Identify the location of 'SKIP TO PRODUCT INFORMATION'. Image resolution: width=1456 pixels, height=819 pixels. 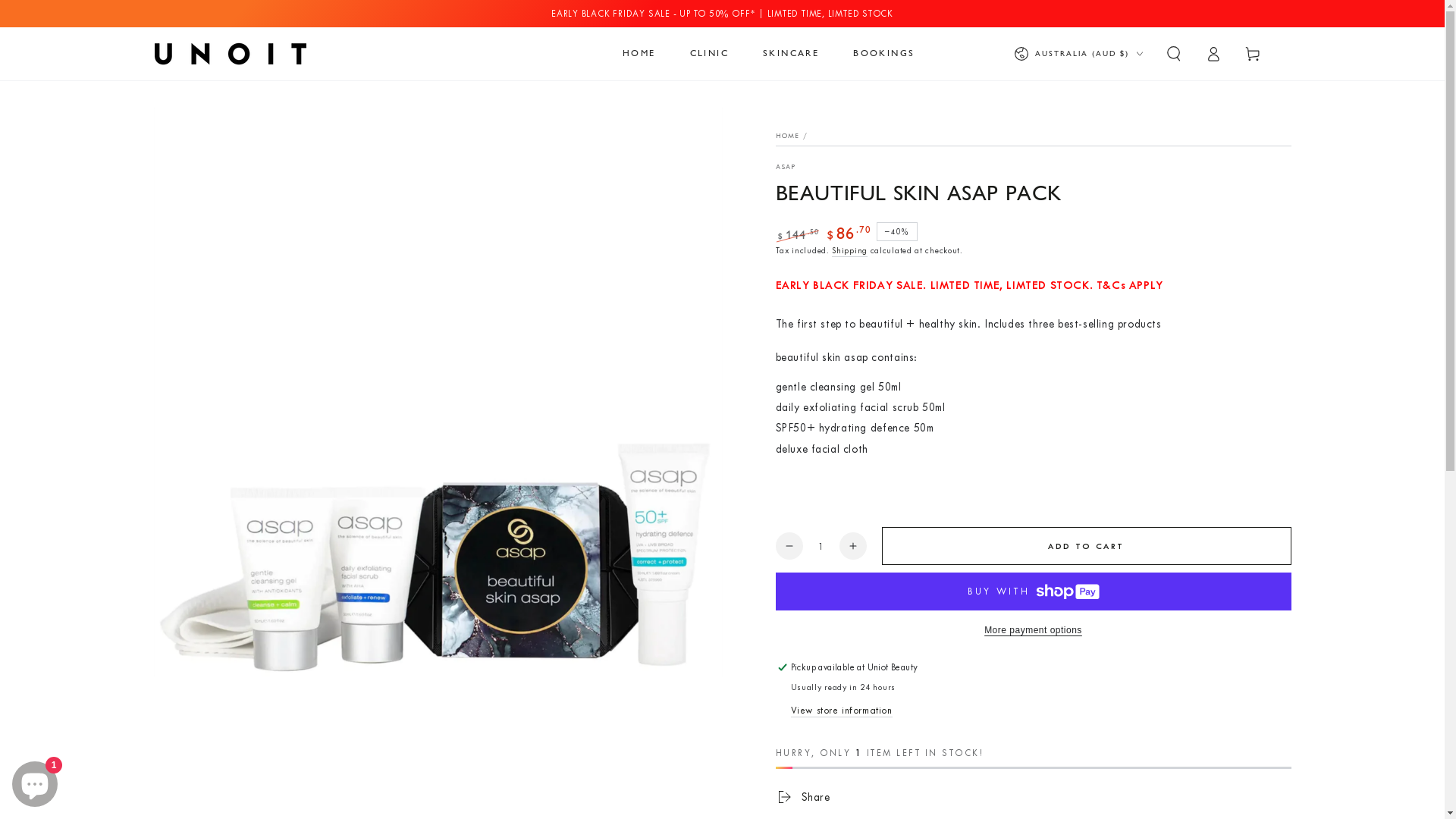
(243, 124).